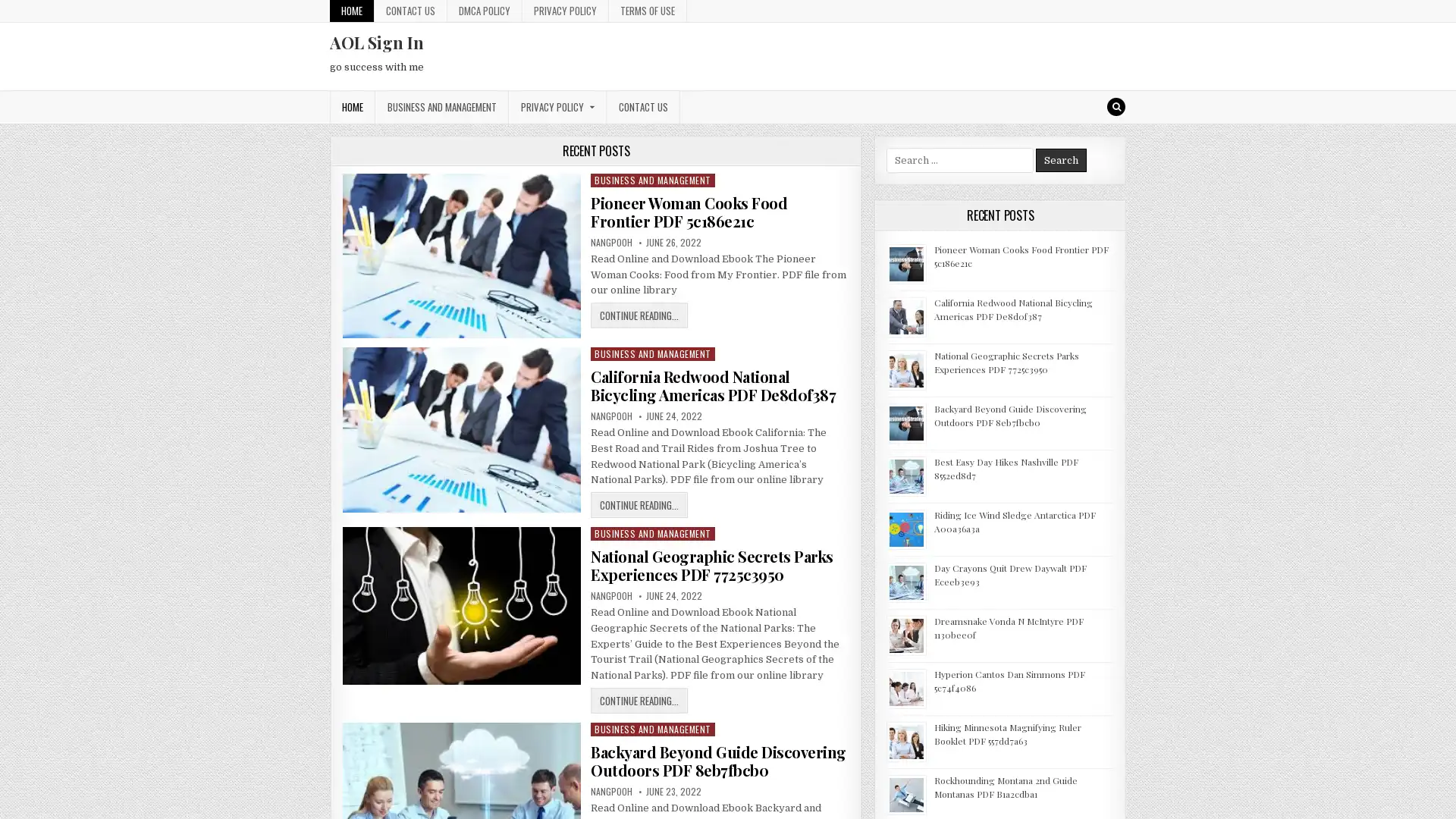  I want to click on Search, so click(1060, 160).